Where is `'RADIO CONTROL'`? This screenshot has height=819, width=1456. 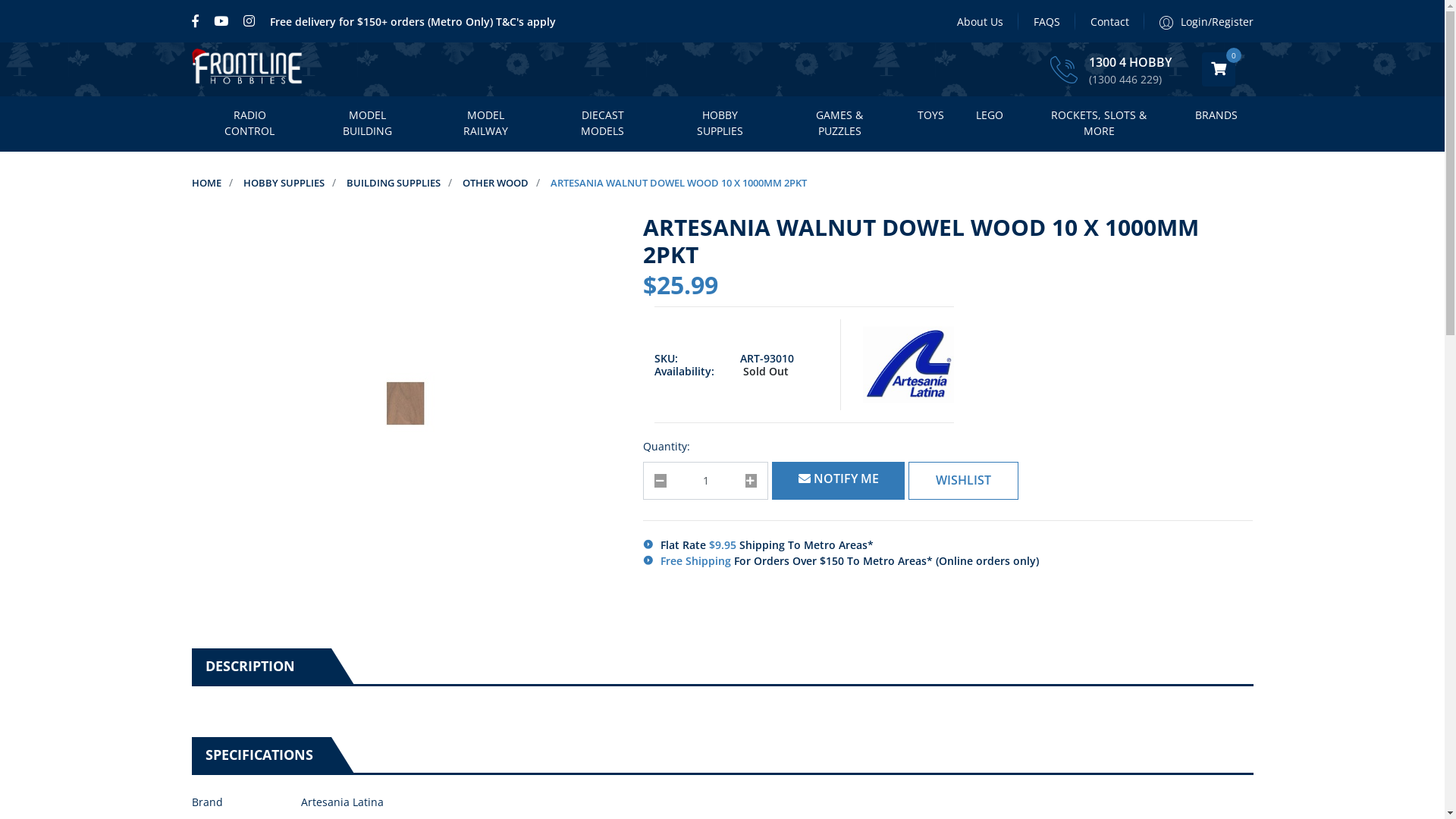 'RADIO CONTROL' is located at coordinates (249, 123).